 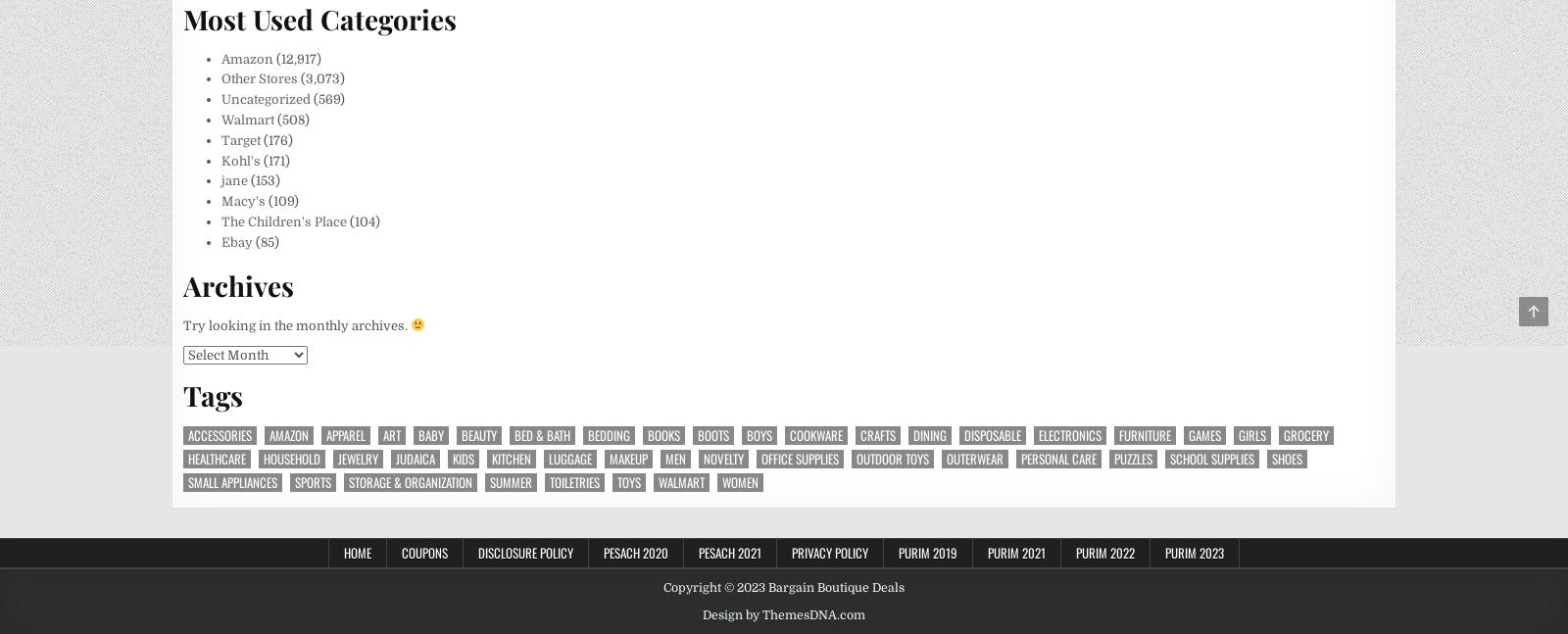 I want to click on 'Summer', so click(x=510, y=480).